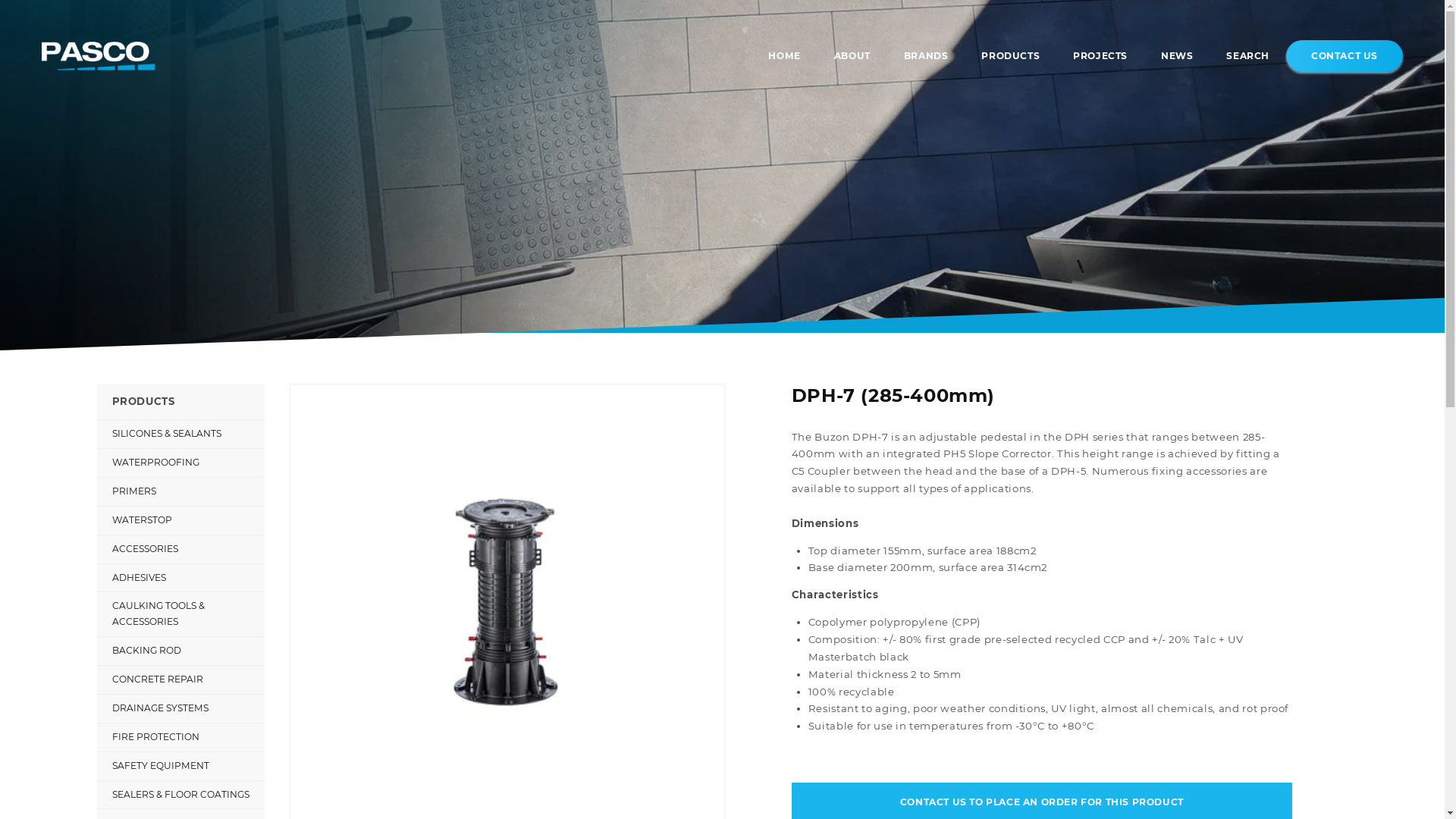 This screenshot has width=1456, height=819. Describe the element at coordinates (180, 434) in the screenshot. I see `'SILICONES & SEALANTS'` at that location.